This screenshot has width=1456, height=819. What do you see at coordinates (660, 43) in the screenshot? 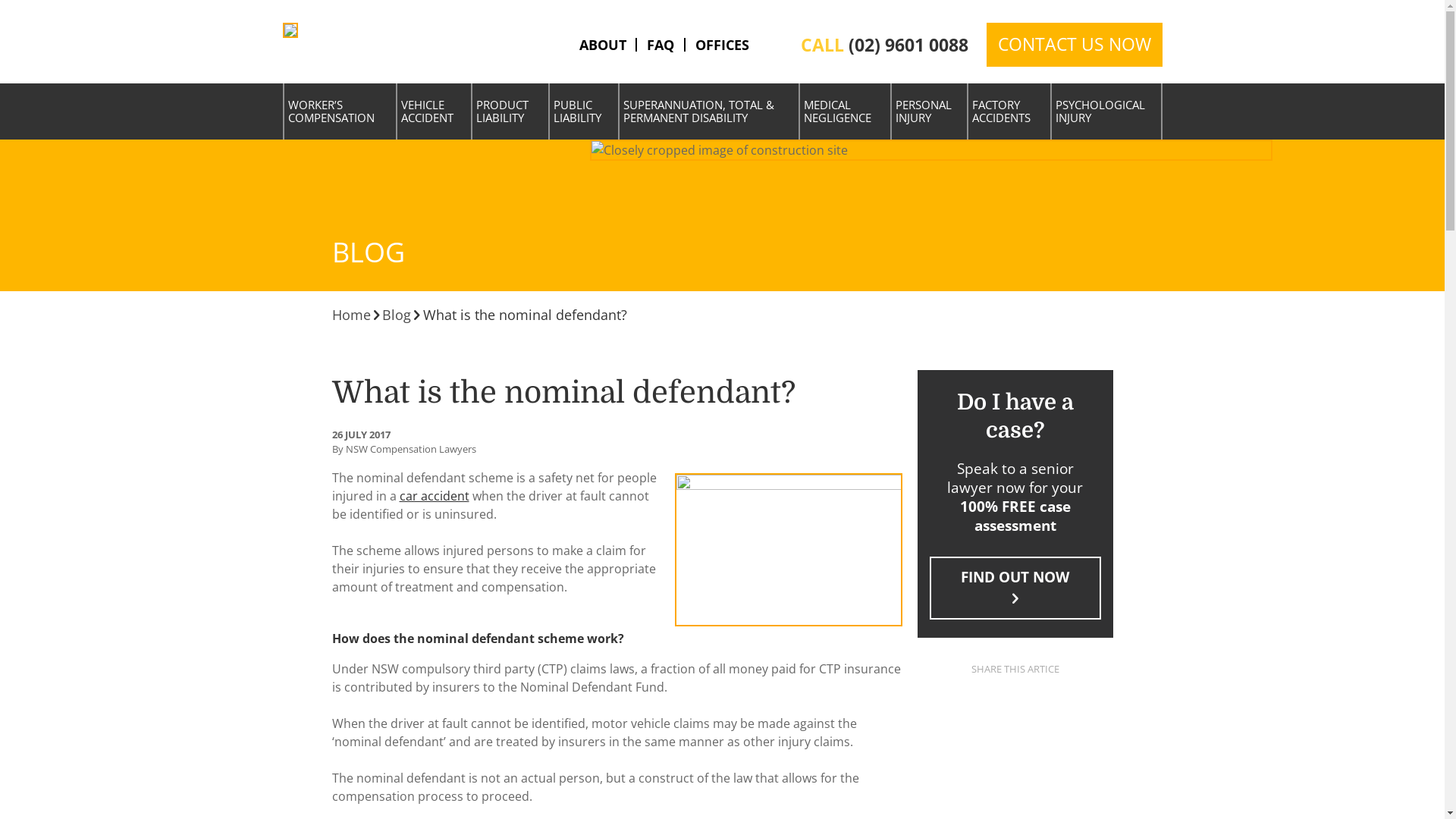
I see `'FAQ'` at bounding box center [660, 43].